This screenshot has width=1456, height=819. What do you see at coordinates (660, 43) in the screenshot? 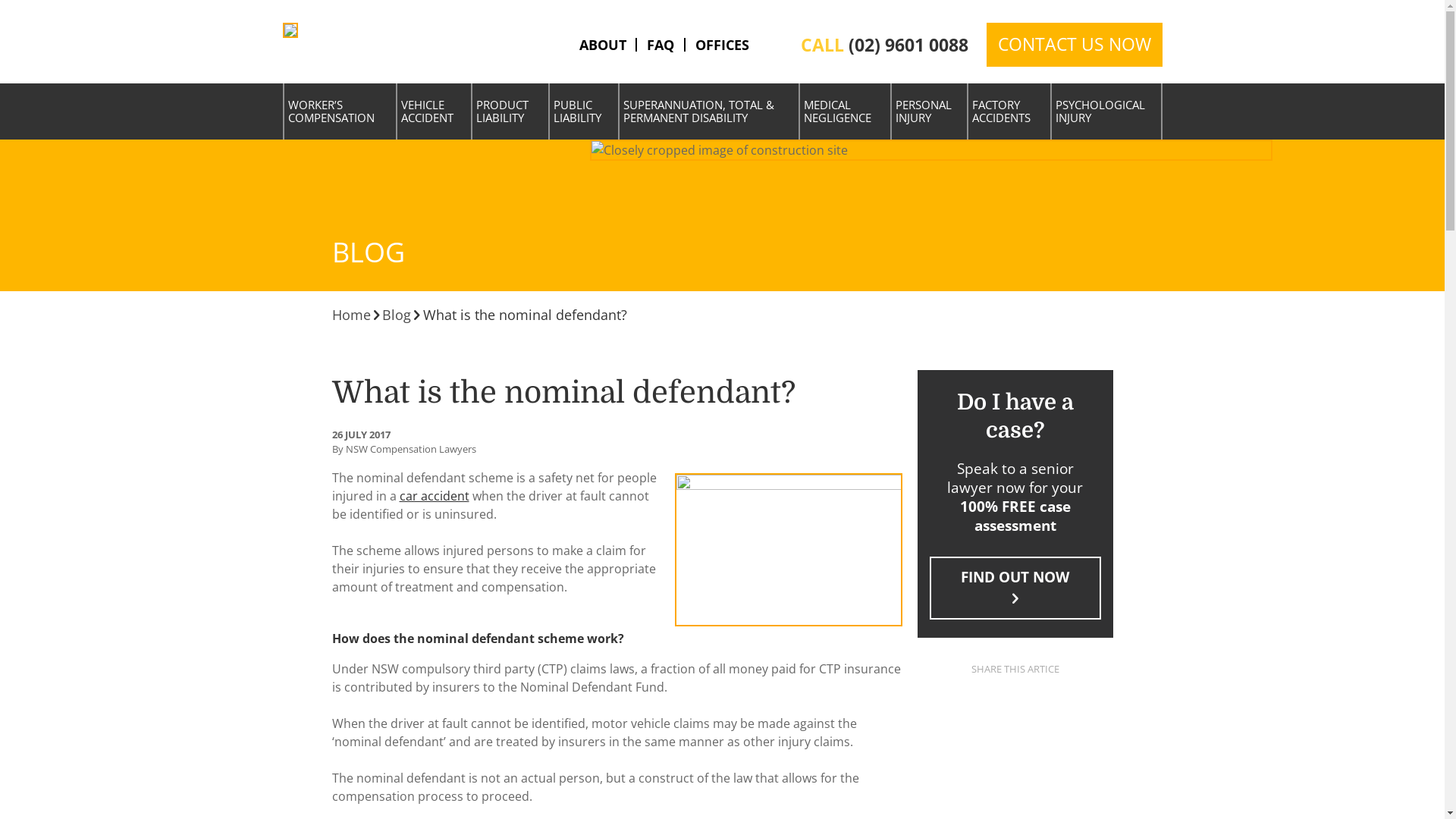
I see `'FAQ'` at bounding box center [660, 43].